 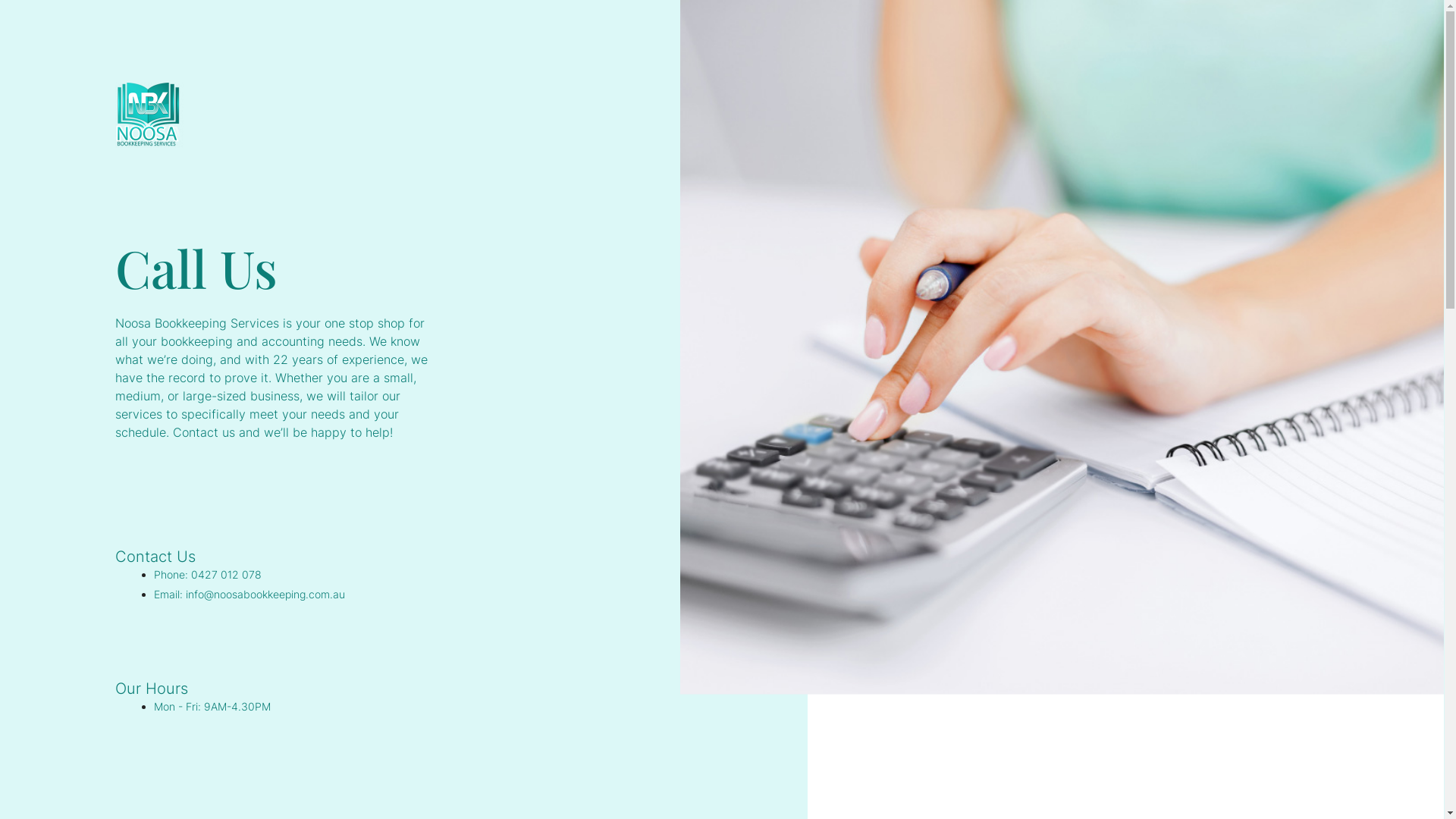 I want to click on 'Phone: 0427 012 078', so click(x=206, y=574).